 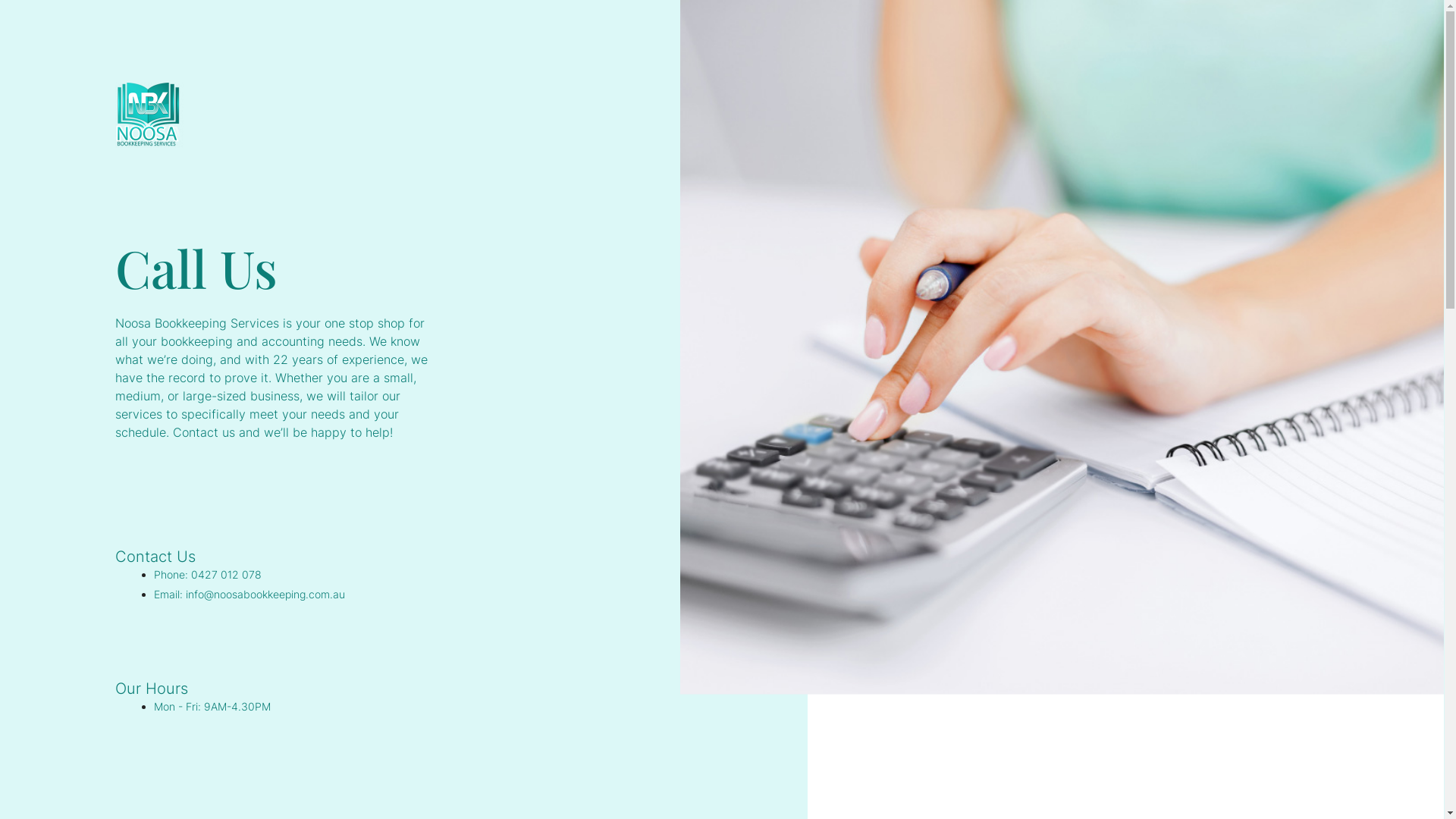 I want to click on 'Phone: 0427 012 078', so click(x=206, y=574).